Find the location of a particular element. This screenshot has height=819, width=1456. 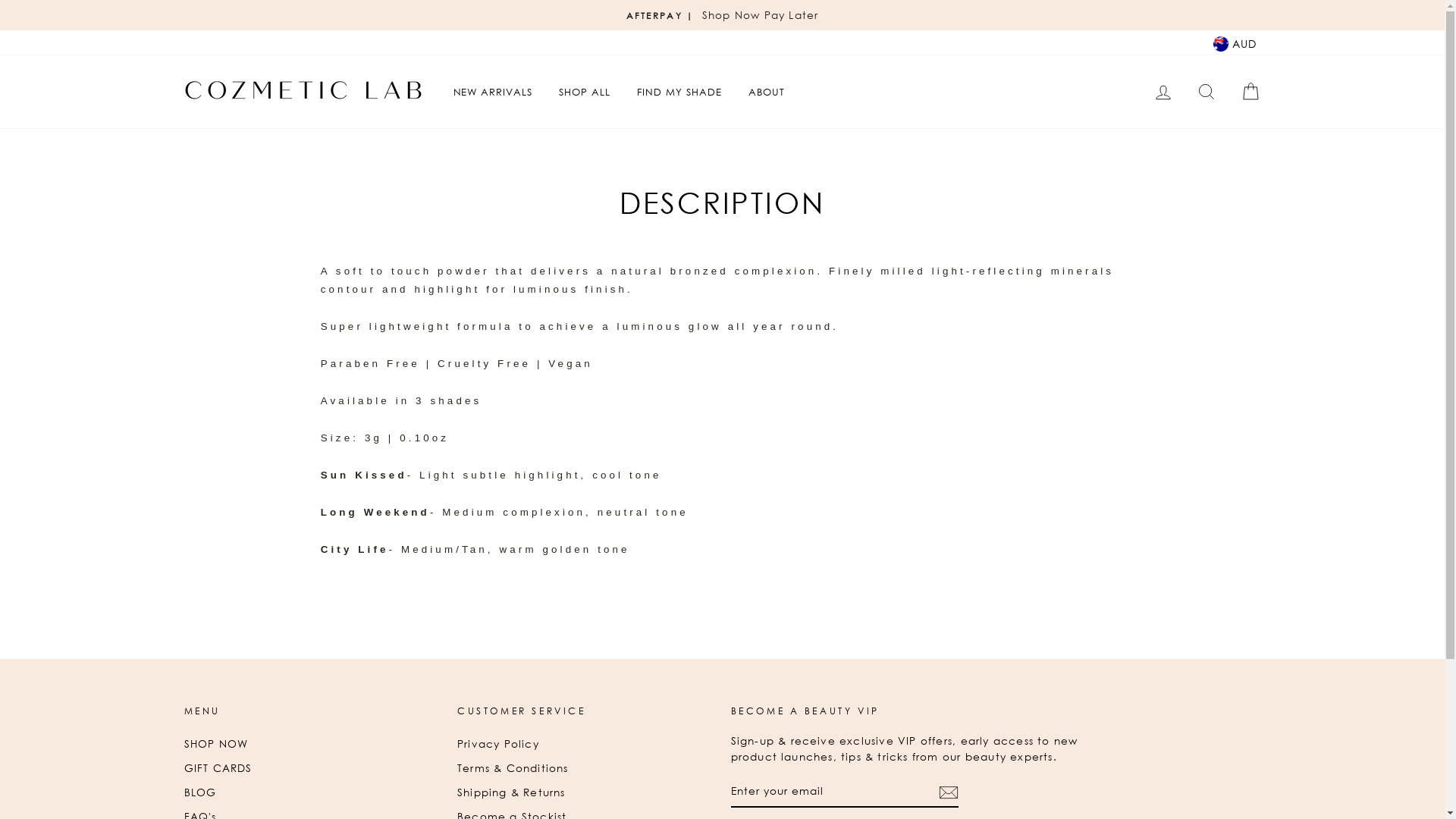

'AUD' is located at coordinates (1235, 42).